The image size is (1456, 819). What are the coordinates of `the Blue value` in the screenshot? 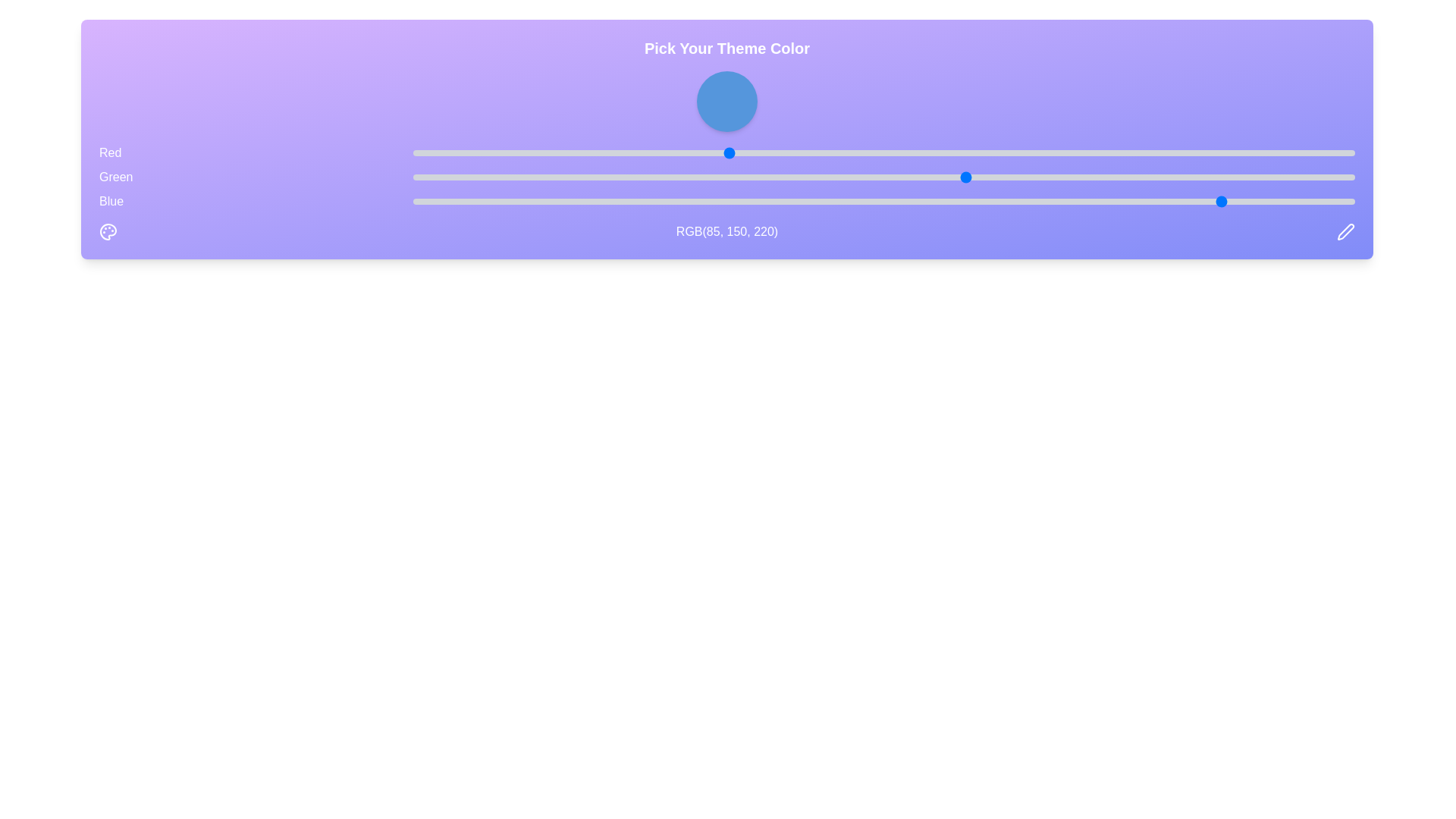 It's located at (749, 201).